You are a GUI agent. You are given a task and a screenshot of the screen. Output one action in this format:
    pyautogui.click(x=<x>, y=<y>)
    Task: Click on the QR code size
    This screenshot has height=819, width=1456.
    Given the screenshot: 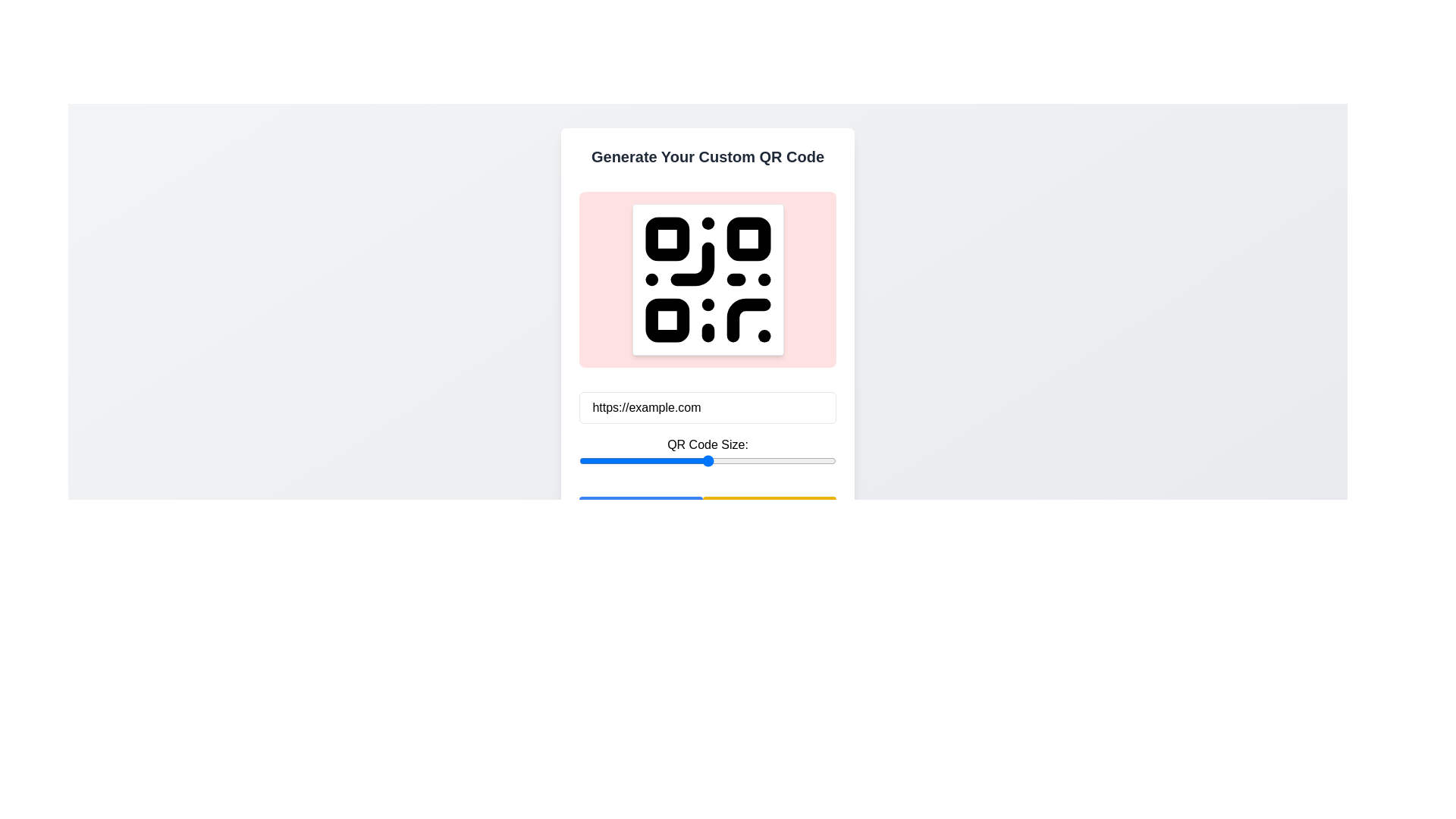 What is the action you would take?
    pyautogui.click(x=765, y=460)
    